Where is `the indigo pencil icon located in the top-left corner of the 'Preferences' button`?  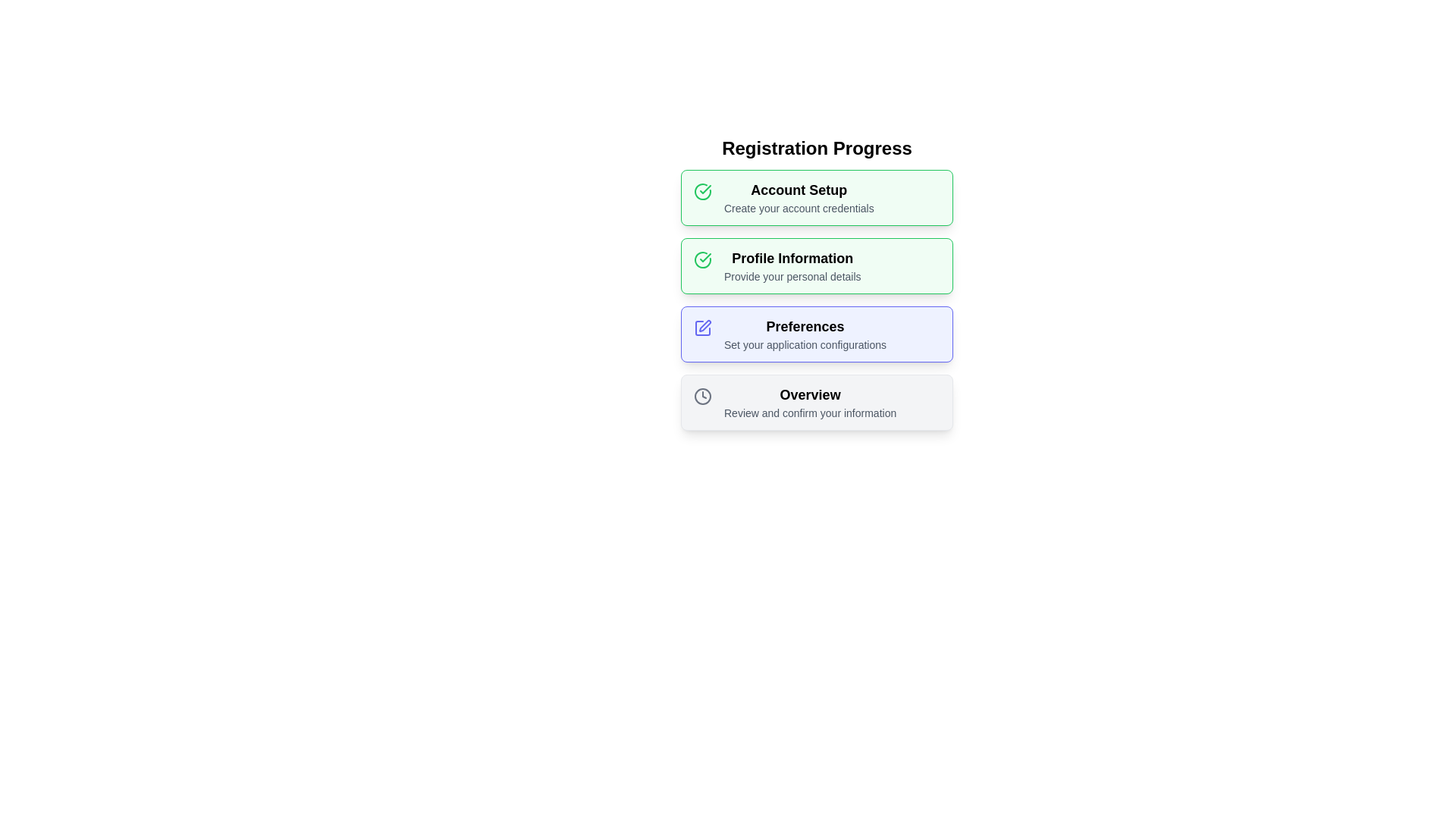 the indigo pencil icon located in the top-left corner of the 'Preferences' button is located at coordinates (701, 326).